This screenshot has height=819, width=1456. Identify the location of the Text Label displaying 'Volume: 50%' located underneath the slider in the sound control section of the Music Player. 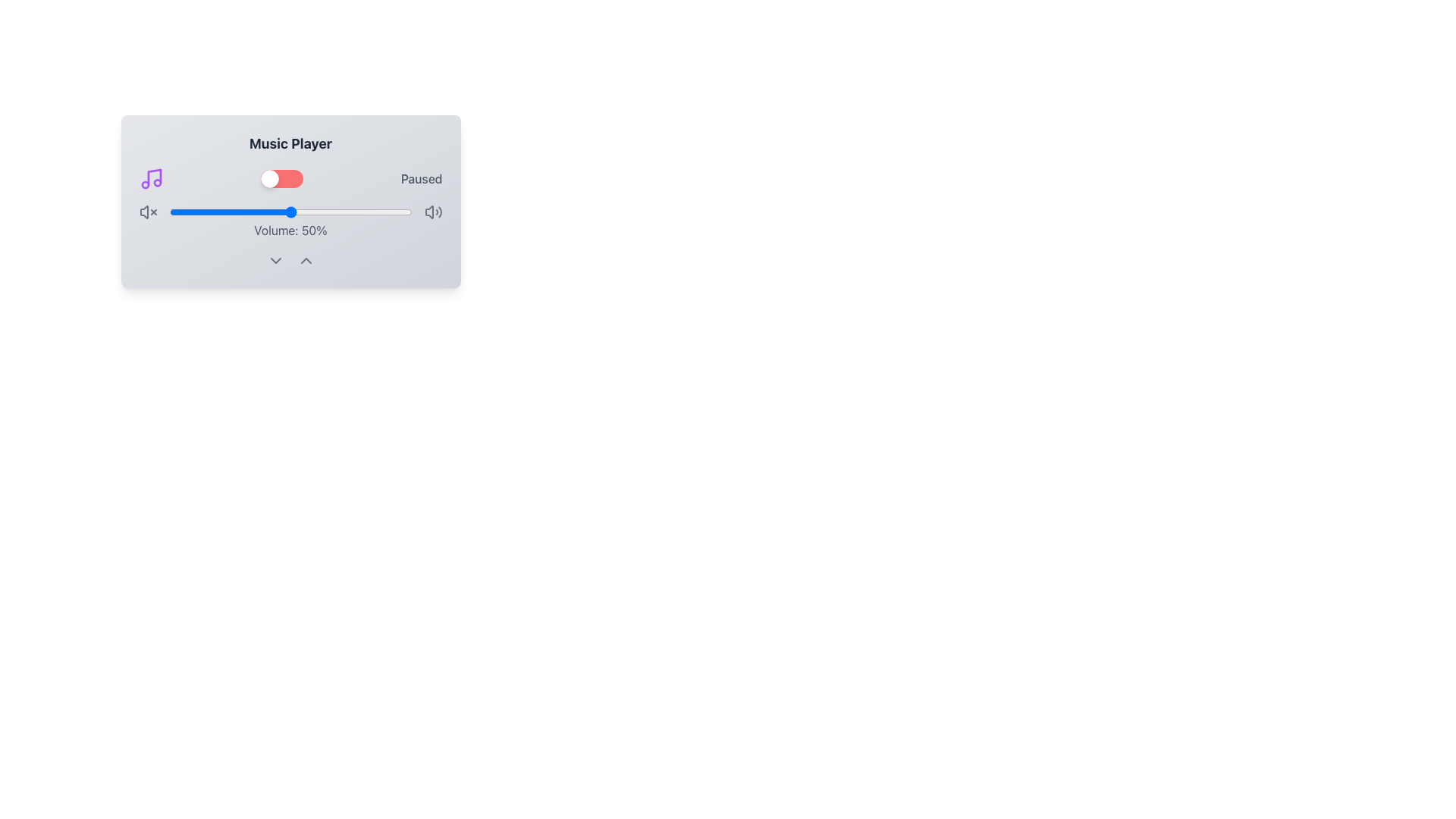
(290, 221).